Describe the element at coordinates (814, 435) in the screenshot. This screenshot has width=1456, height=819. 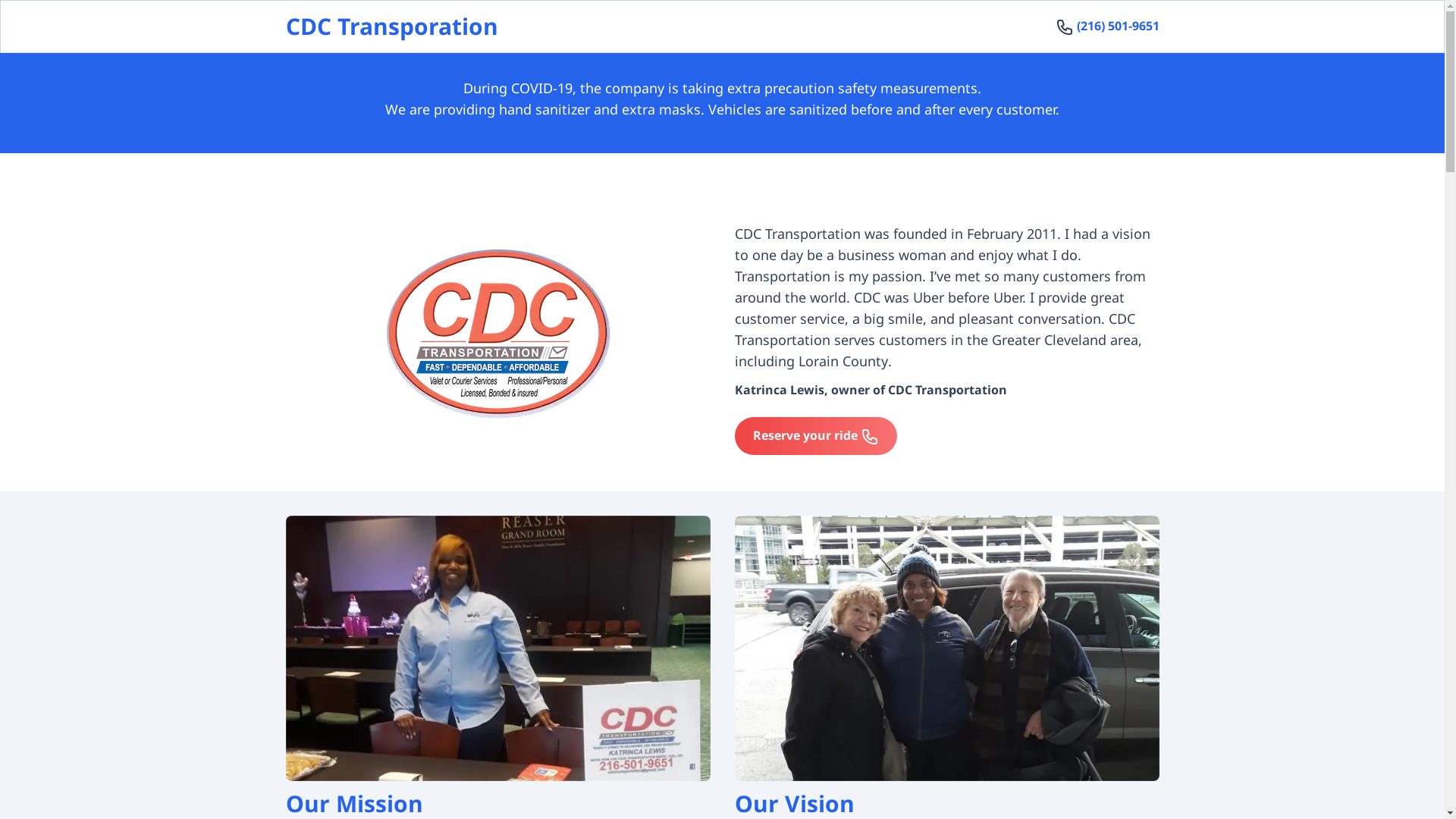
I see `'Reserve your ride'` at that location.